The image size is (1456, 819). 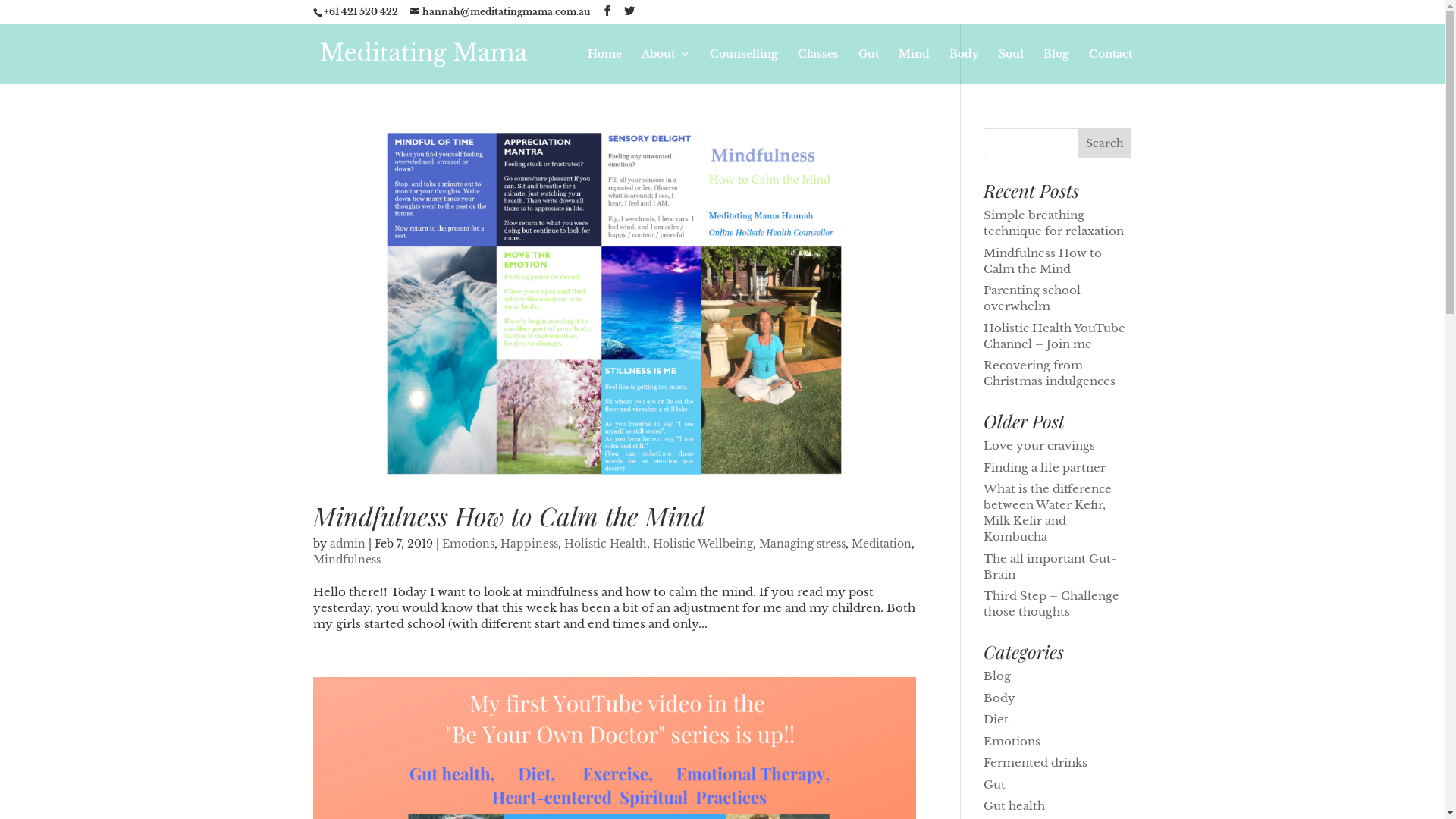 I want to click on 'Blog', so click(x=997, y=675).